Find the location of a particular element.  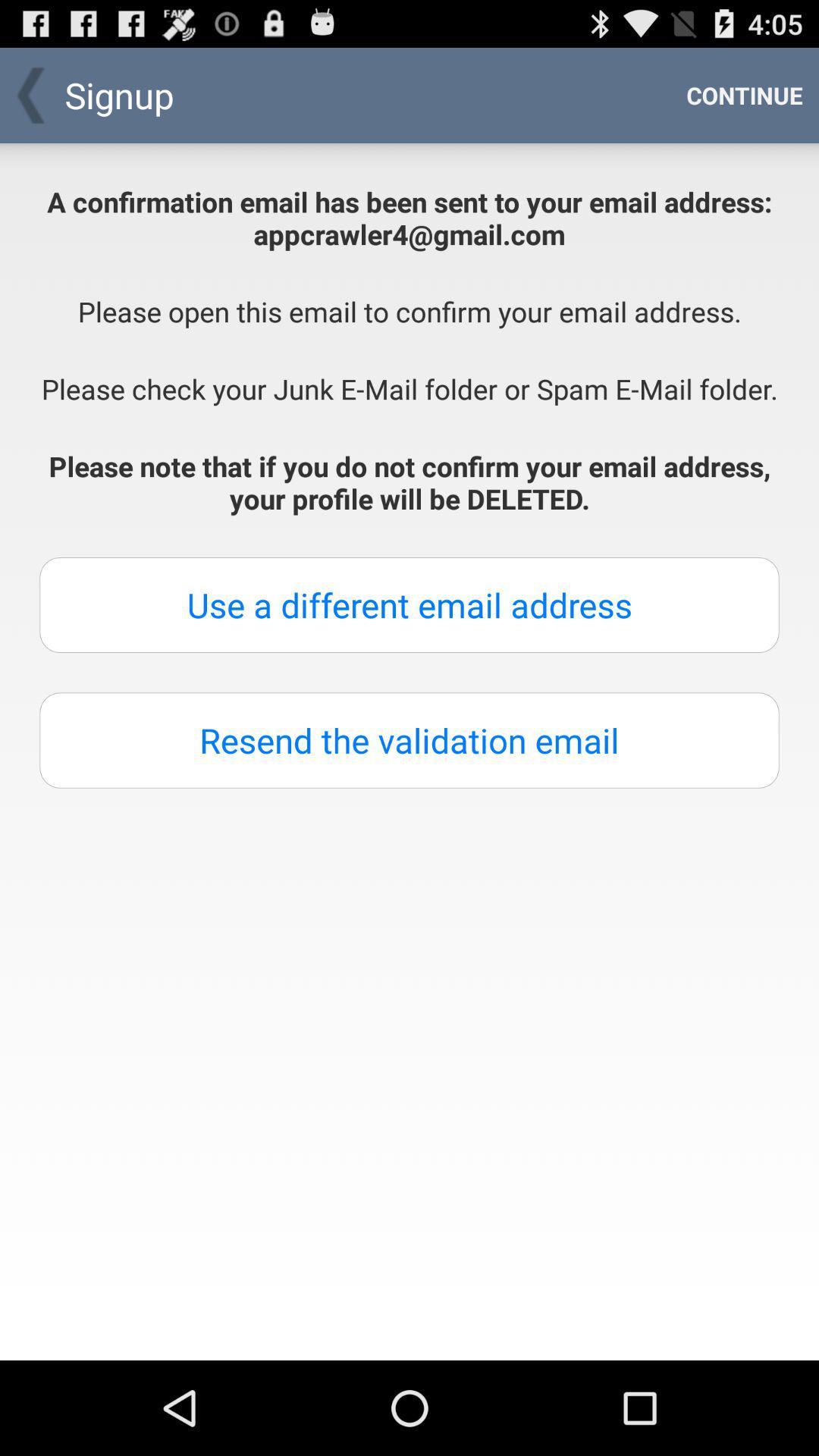

continue item is located at coordinates (744, 94).